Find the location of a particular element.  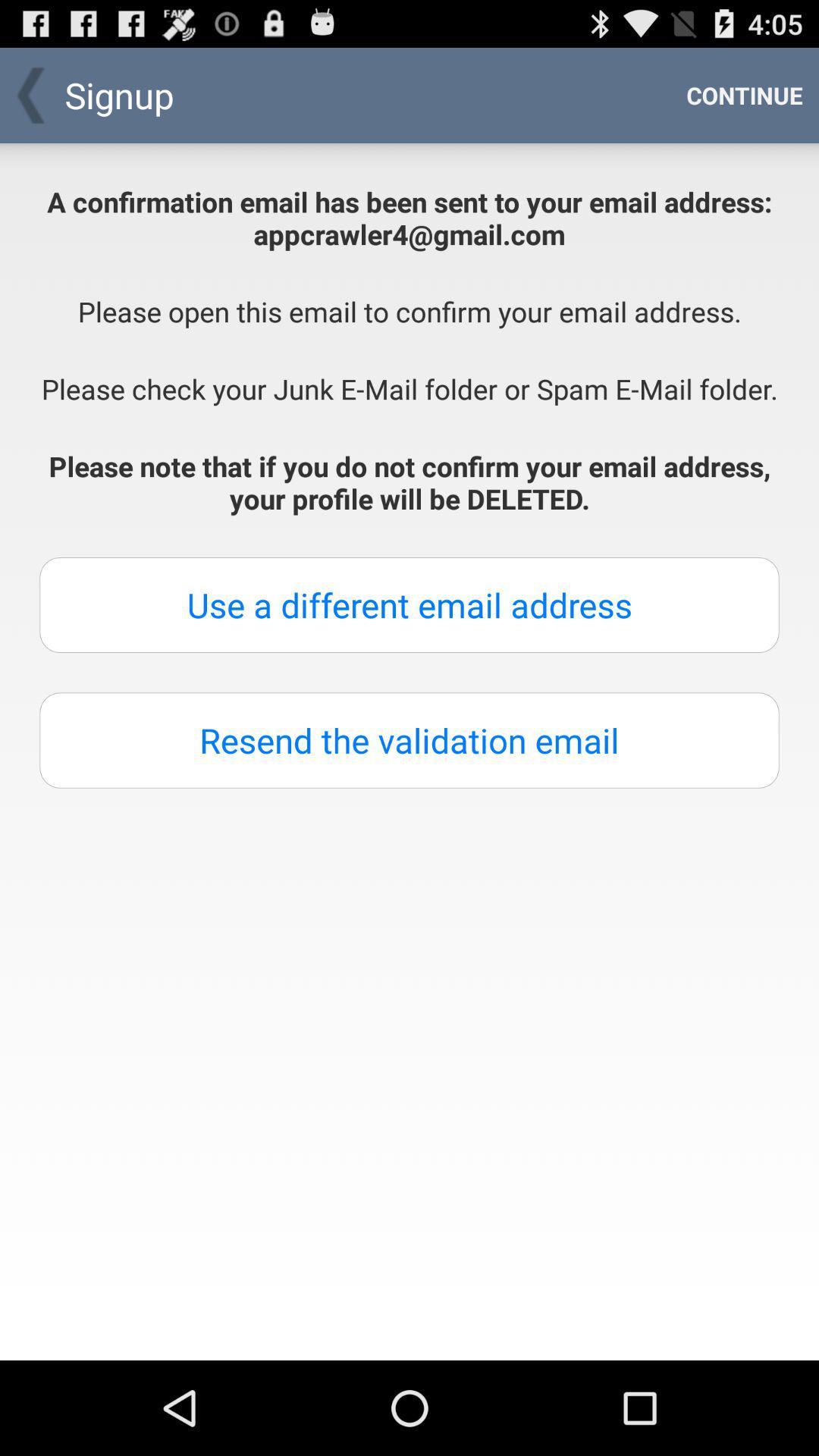

continue item is located at coordinates (744, 94).